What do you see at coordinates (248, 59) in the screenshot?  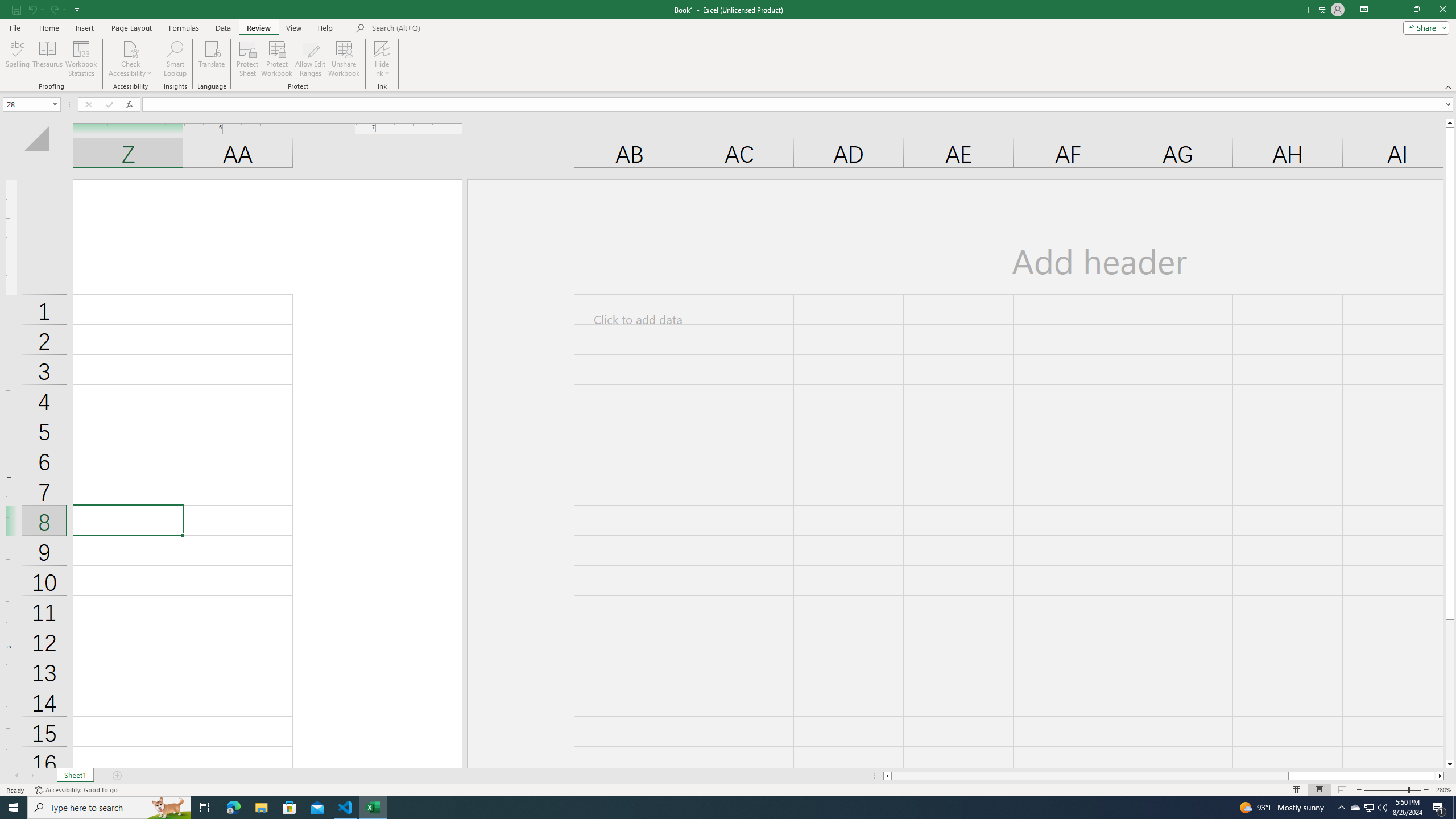 I see `'Protect Sheet...'` at bounding box center [248, 59].